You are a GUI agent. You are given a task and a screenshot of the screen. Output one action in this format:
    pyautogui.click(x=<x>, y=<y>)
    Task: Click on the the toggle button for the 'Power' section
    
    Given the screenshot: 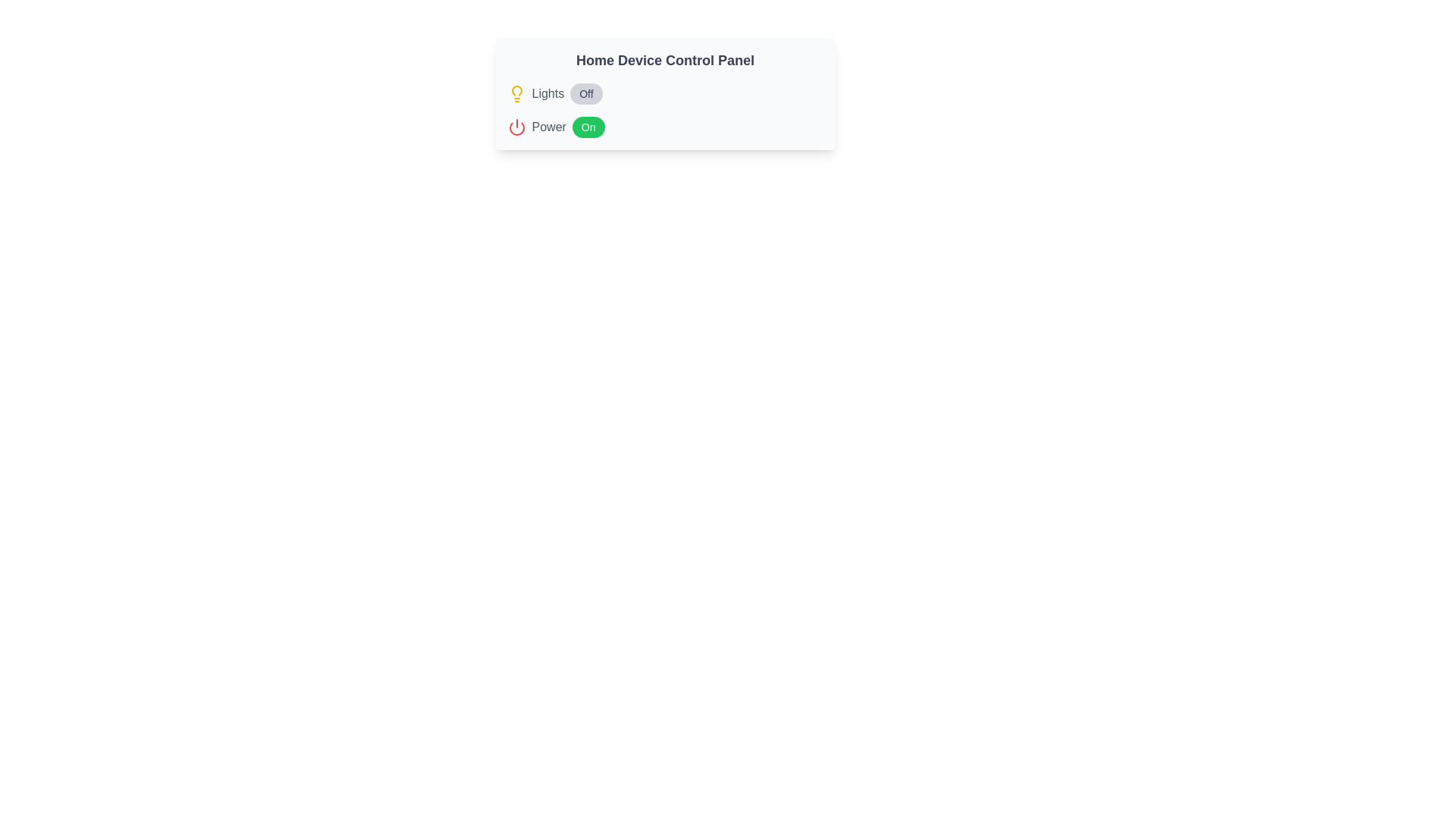 What is the action you would take?
    pyautogui.click(x=588, y=127)
    